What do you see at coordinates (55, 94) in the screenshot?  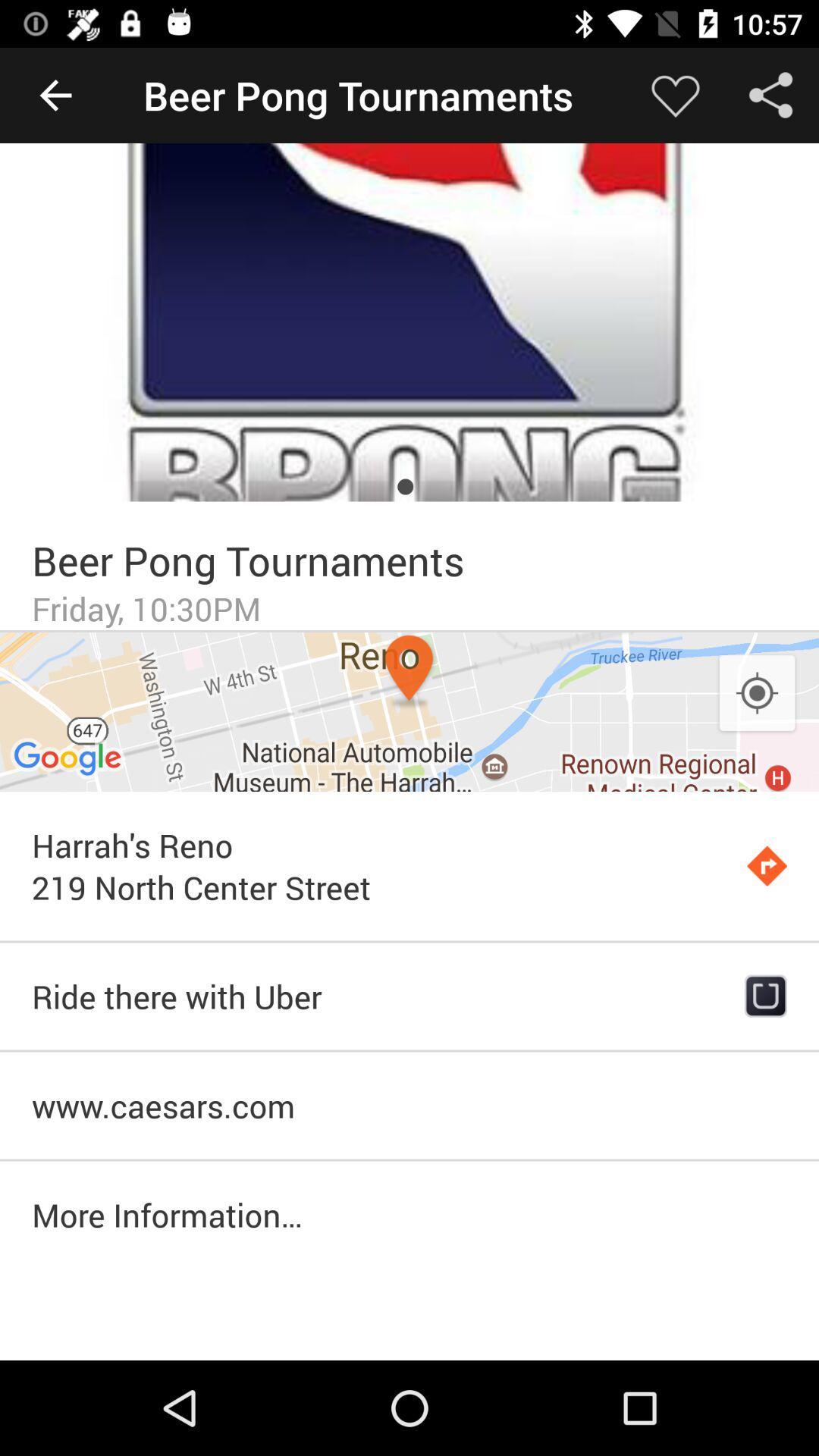 I see `item to the left of the beer pong tournaments` at bounding box center [55, 94].